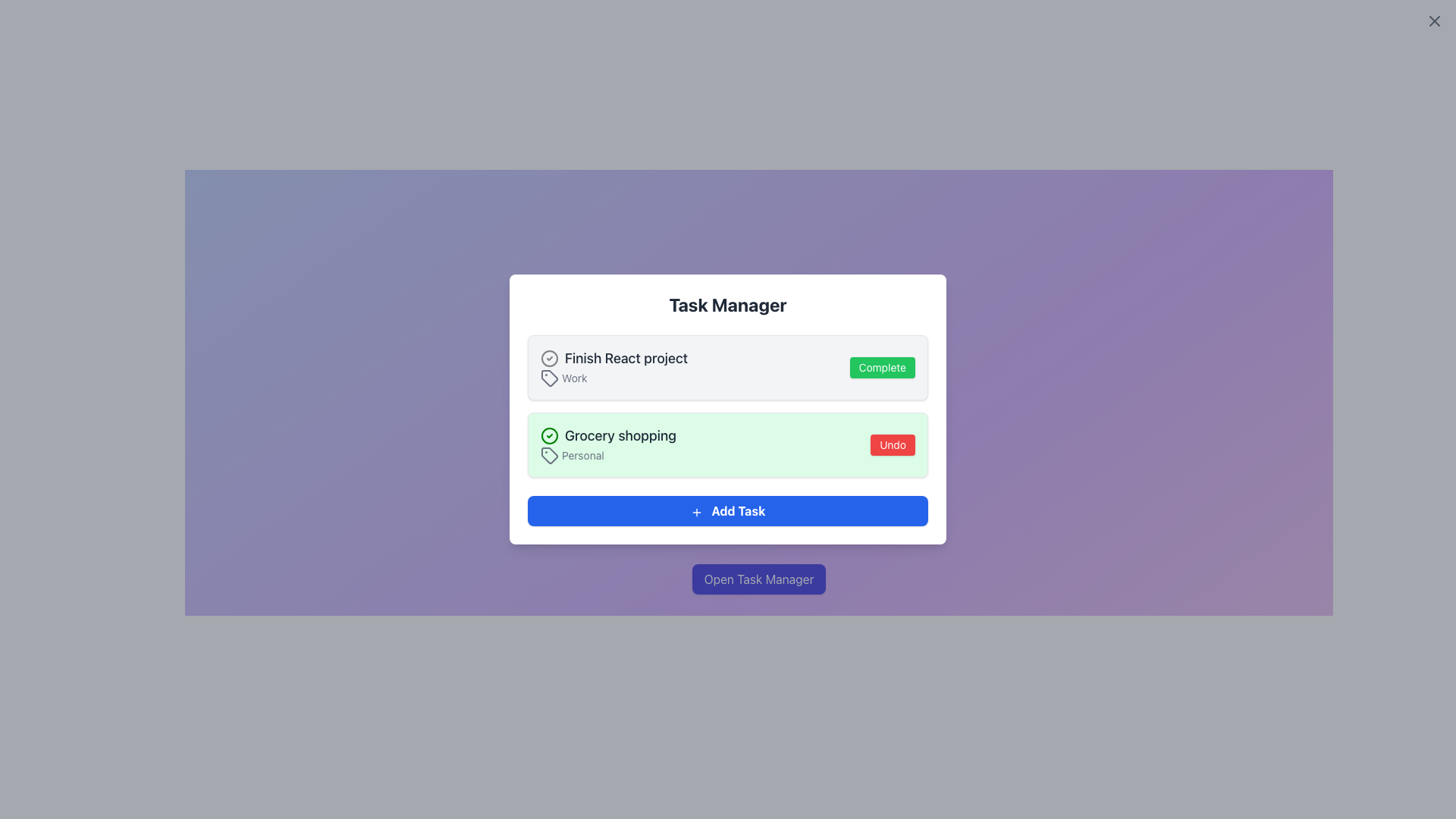 The image size is (1456, 819). Describe the element at coordinates (1433, 20) in the screenshot. I see `the close button located at the top-right corner of the 'Task Manager' interface` at that location.